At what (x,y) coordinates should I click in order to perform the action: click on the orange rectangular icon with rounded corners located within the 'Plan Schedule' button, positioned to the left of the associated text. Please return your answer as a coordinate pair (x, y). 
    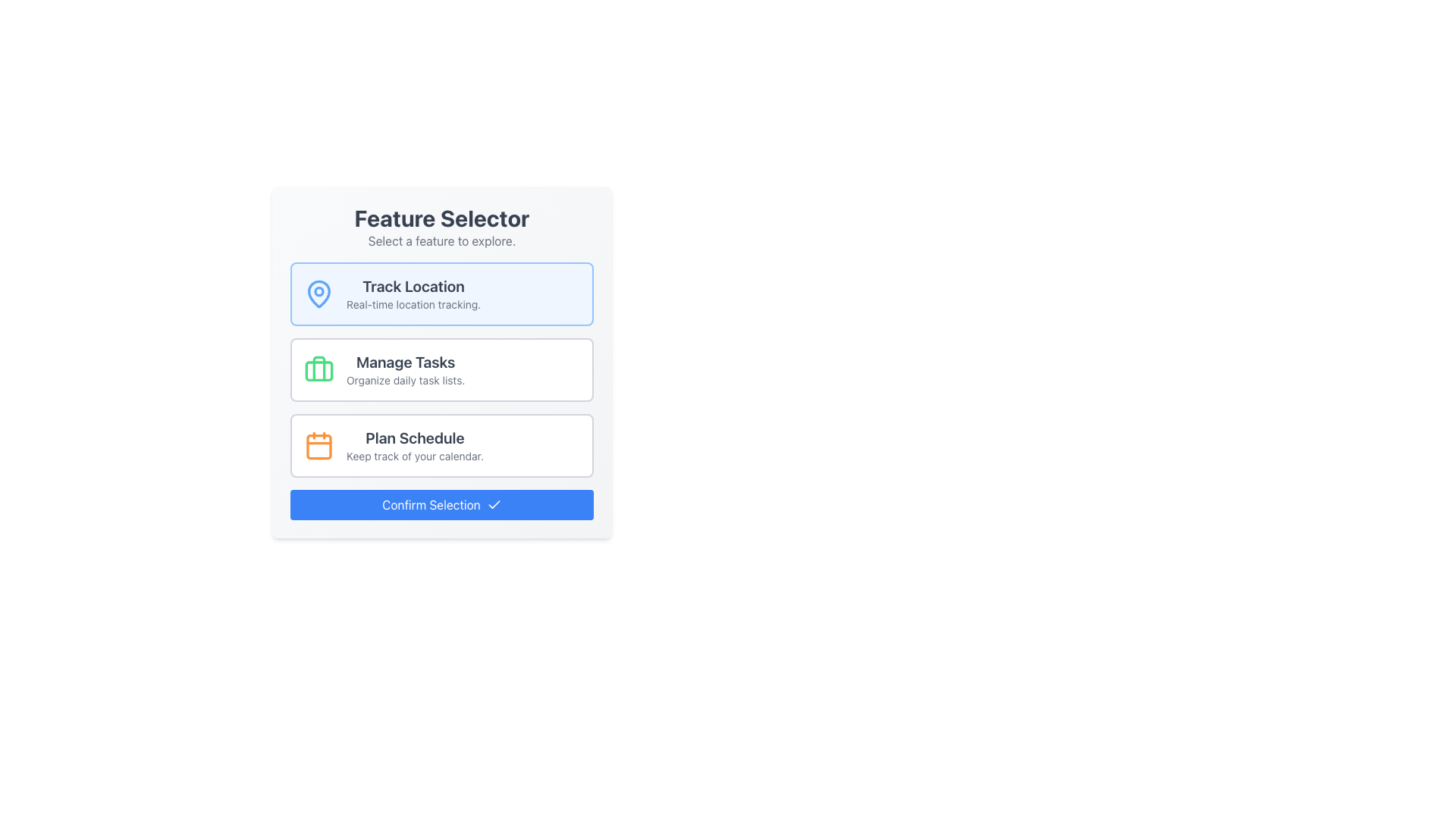
    Looking at the image, I should click on (318, 446).